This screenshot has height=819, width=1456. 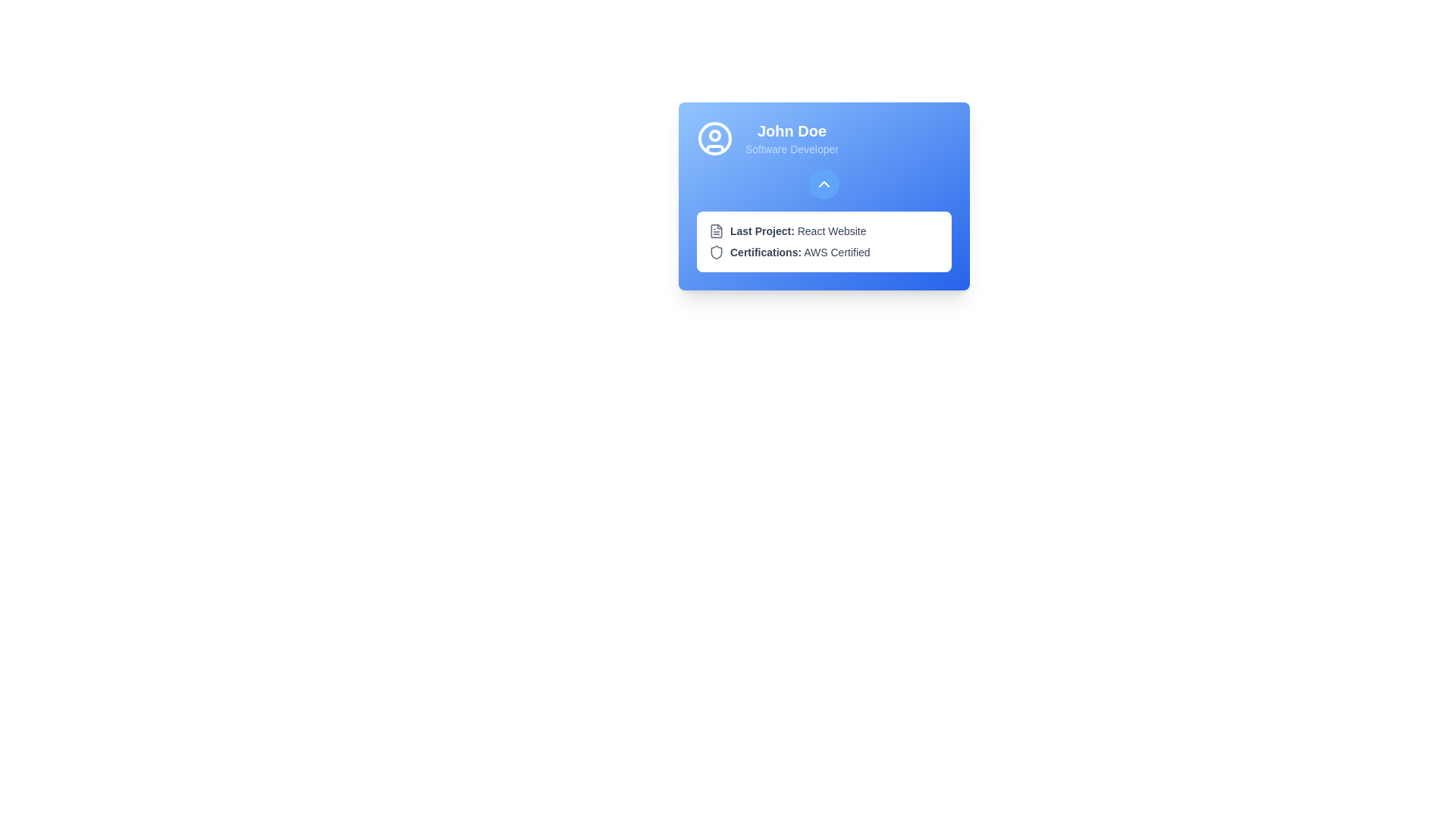 I want to click on the button located below the text 'Software Developer', so click(x=823, y=184).